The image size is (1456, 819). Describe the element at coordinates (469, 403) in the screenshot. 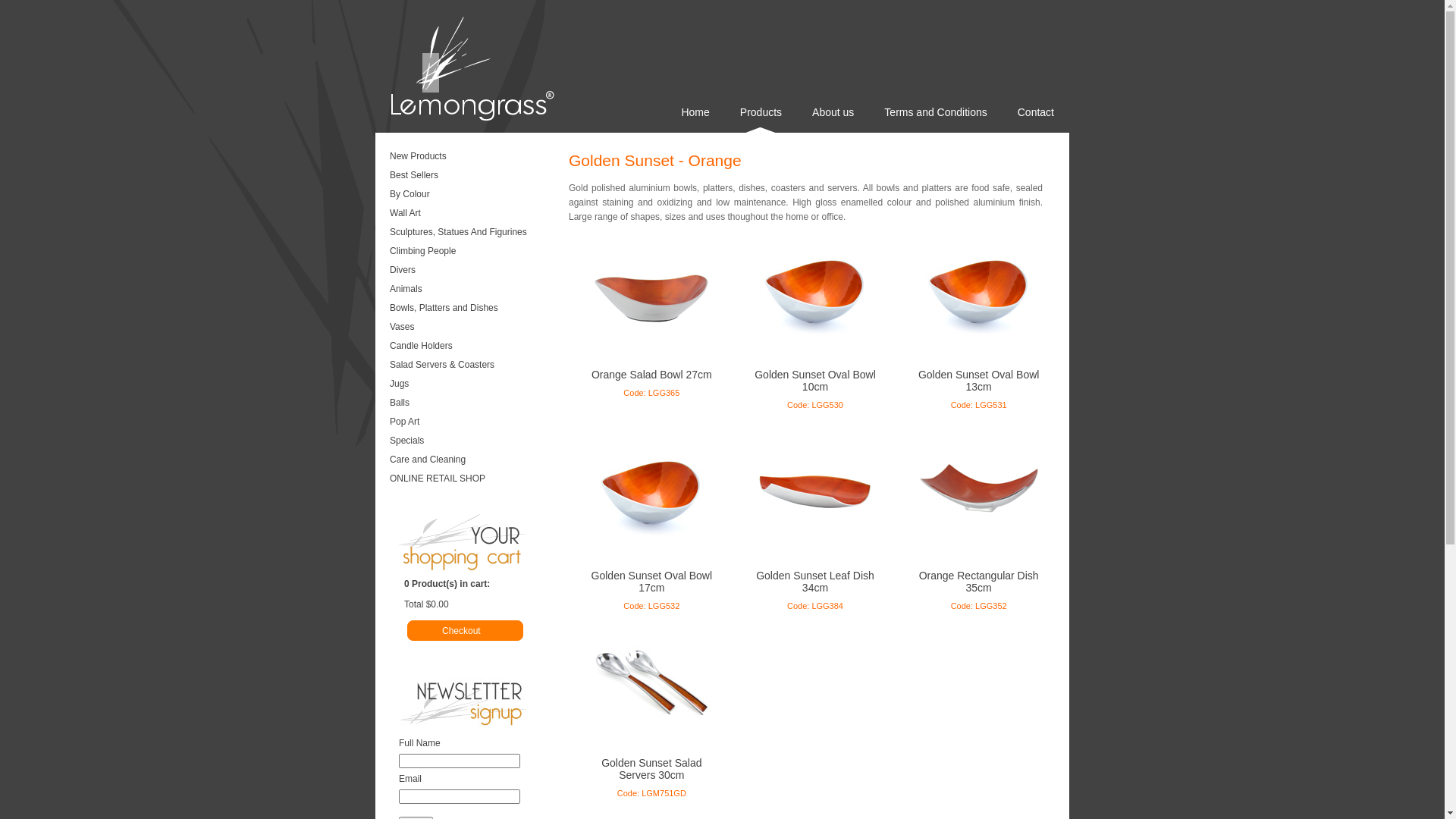

I see `'Balls'` at that location.